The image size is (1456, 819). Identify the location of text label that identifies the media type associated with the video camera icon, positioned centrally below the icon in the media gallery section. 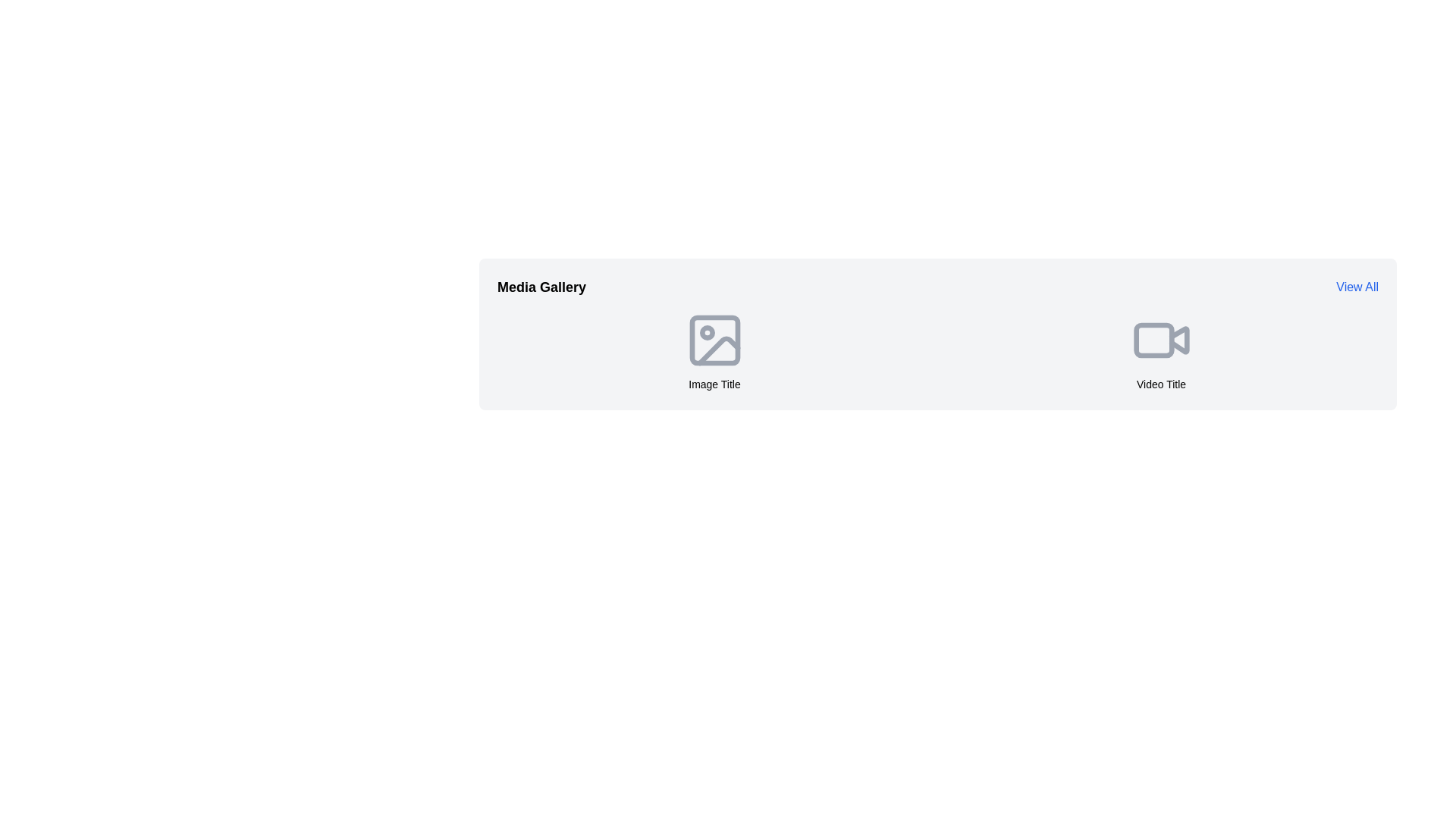
(1160, 383).